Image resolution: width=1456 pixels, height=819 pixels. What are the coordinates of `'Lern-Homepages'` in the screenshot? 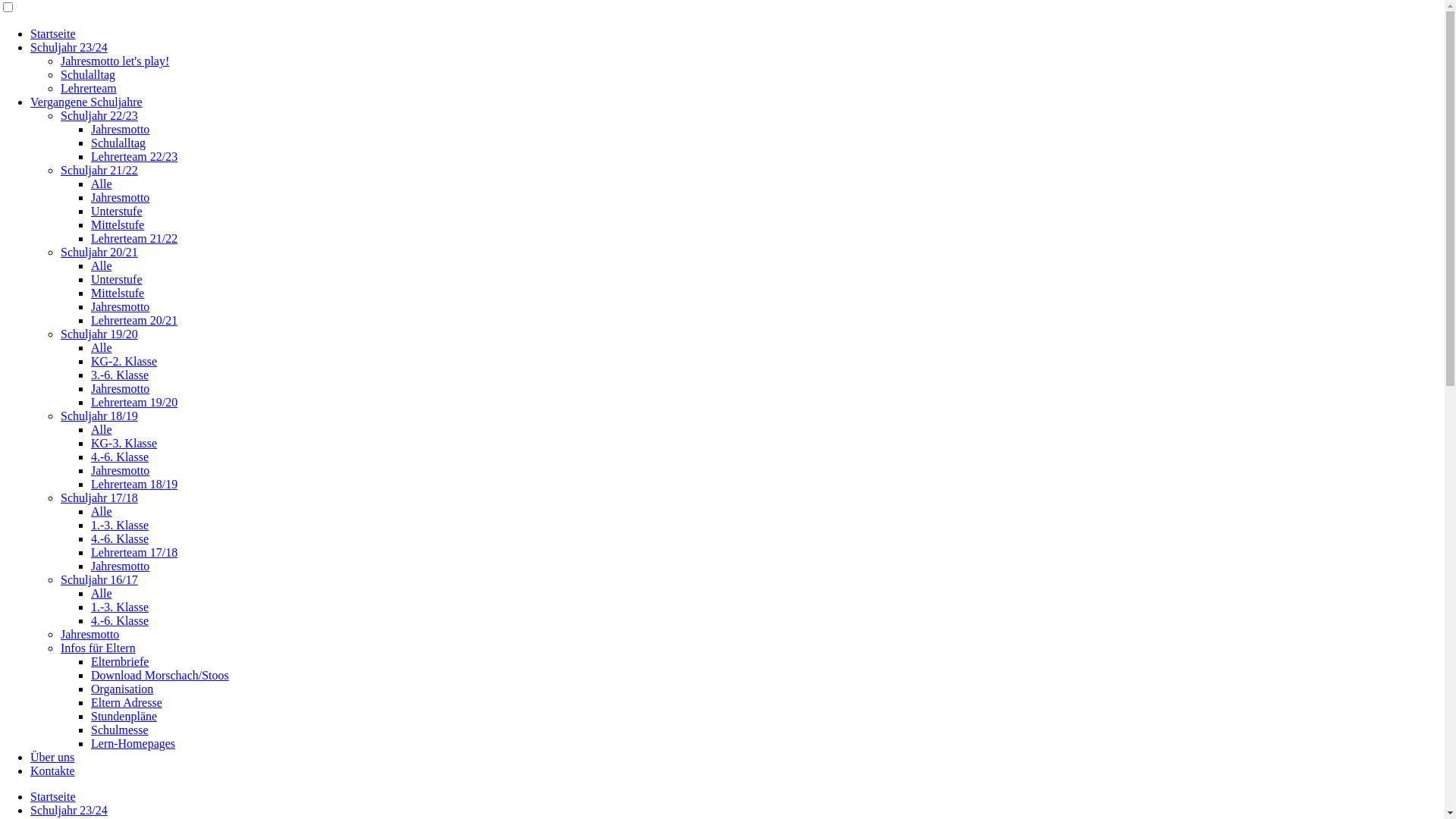 It's located at (133, 742).